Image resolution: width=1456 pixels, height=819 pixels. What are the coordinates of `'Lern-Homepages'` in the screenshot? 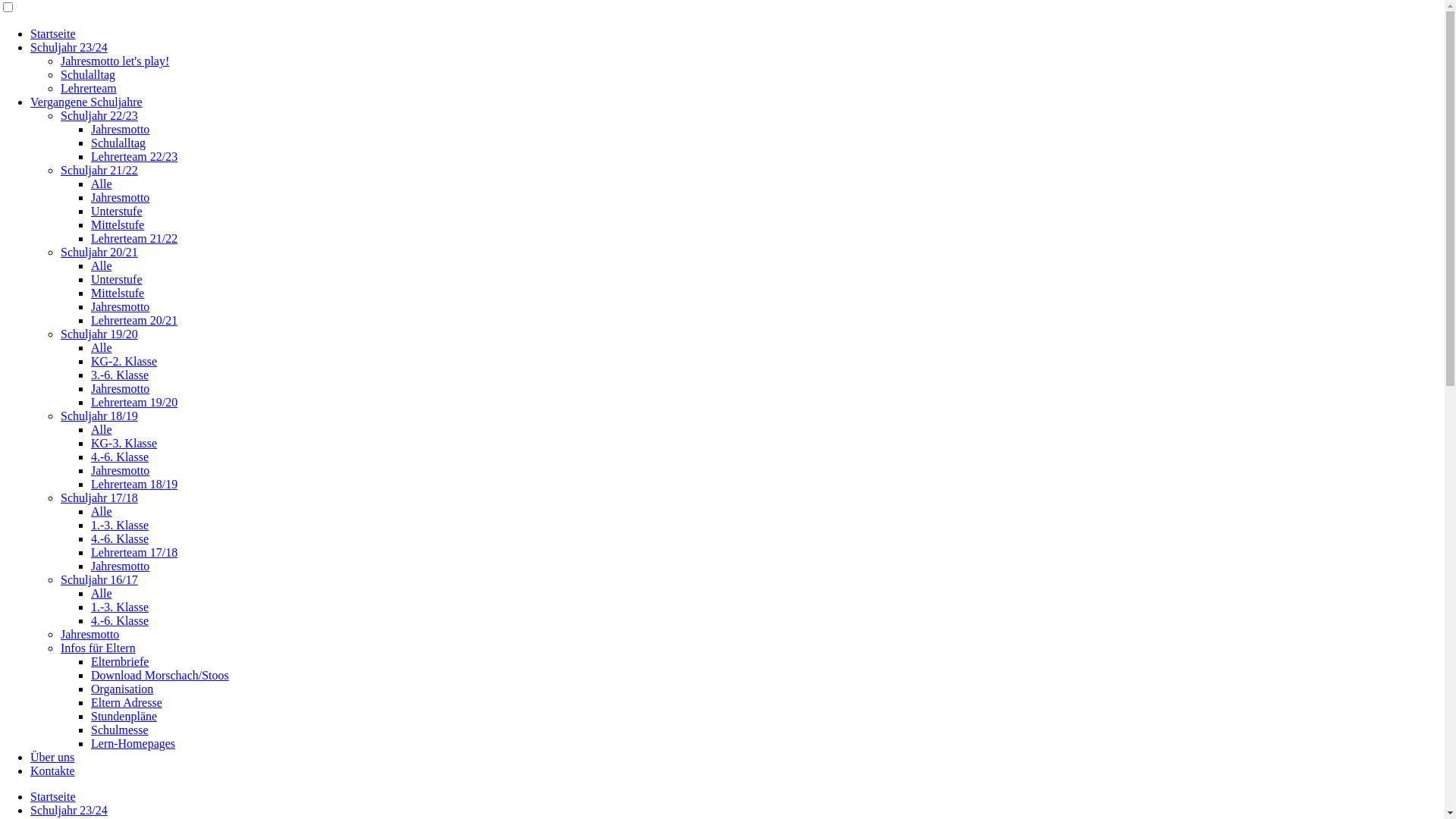 It's located at (133, 742).